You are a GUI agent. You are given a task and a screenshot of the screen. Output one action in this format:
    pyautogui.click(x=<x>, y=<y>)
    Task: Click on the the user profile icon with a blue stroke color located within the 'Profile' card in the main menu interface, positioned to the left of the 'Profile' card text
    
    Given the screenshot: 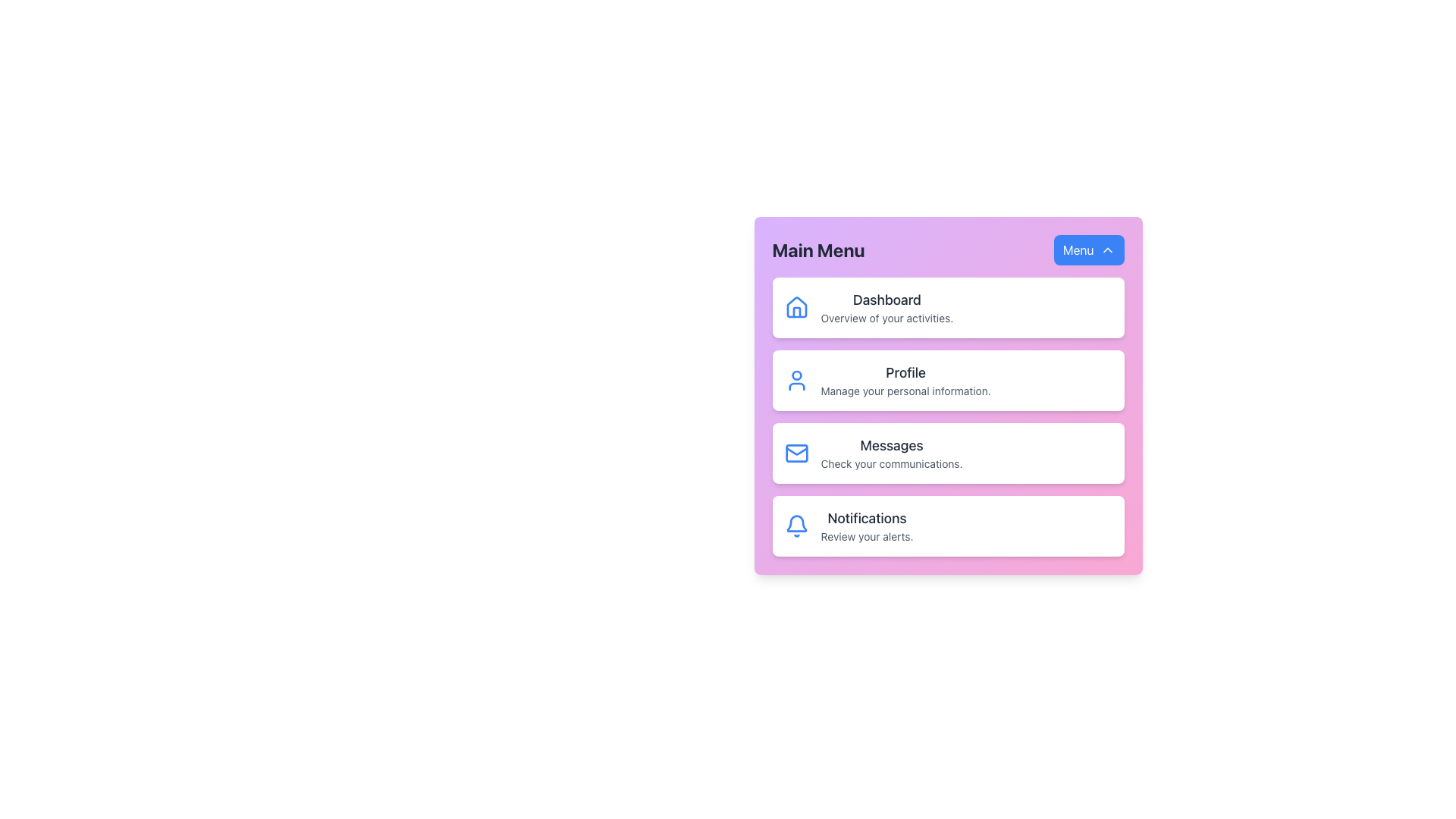 What is the action you would take?
    pyautogui.click(x=795, y=379)
    